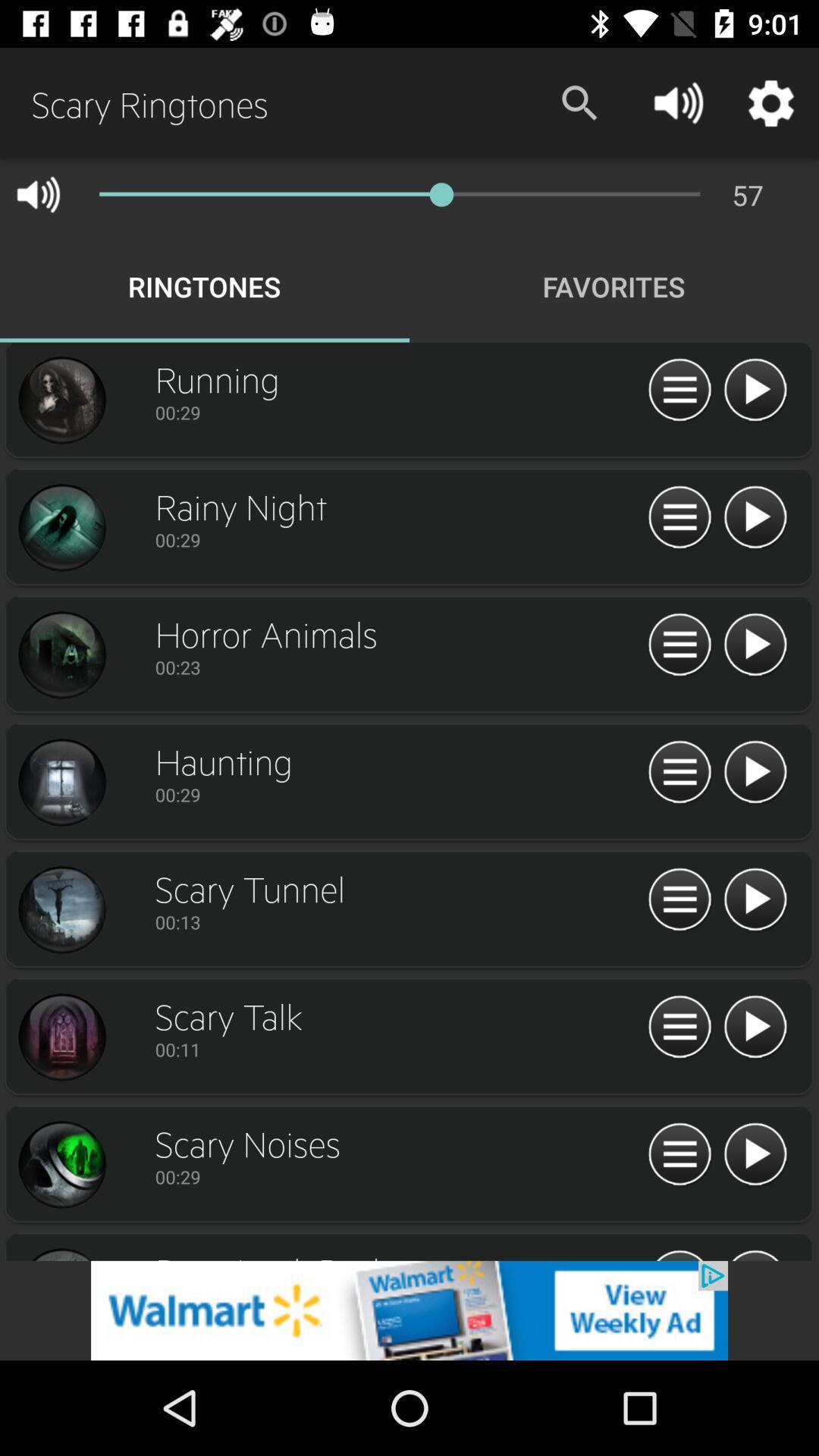  Describe the element at coordinates (755, 645) in the screenshot. I see `play option` at that location.